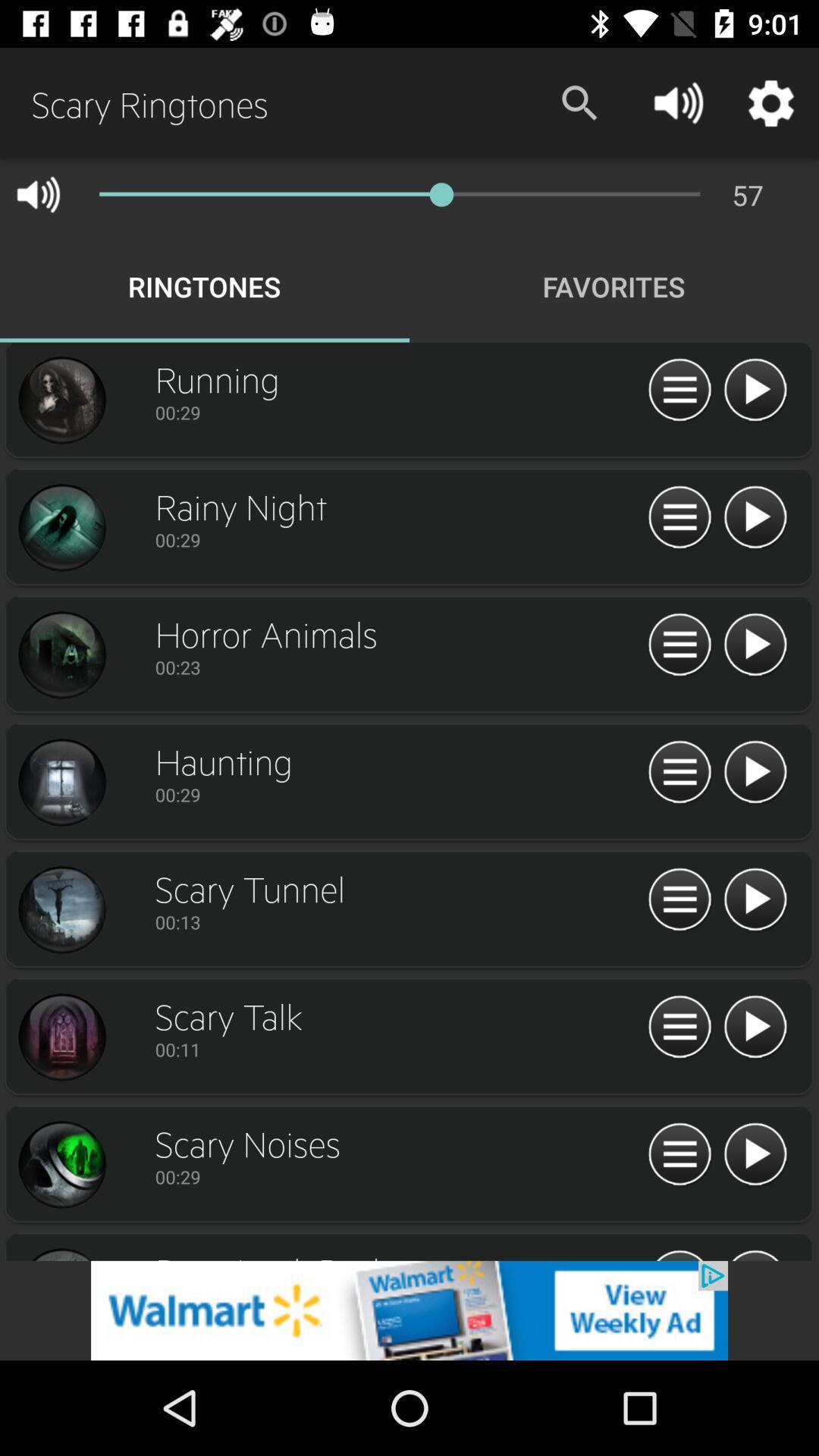  Describe the element at coordinates (755, 645) in the screenshot. I see `play option` at that location.